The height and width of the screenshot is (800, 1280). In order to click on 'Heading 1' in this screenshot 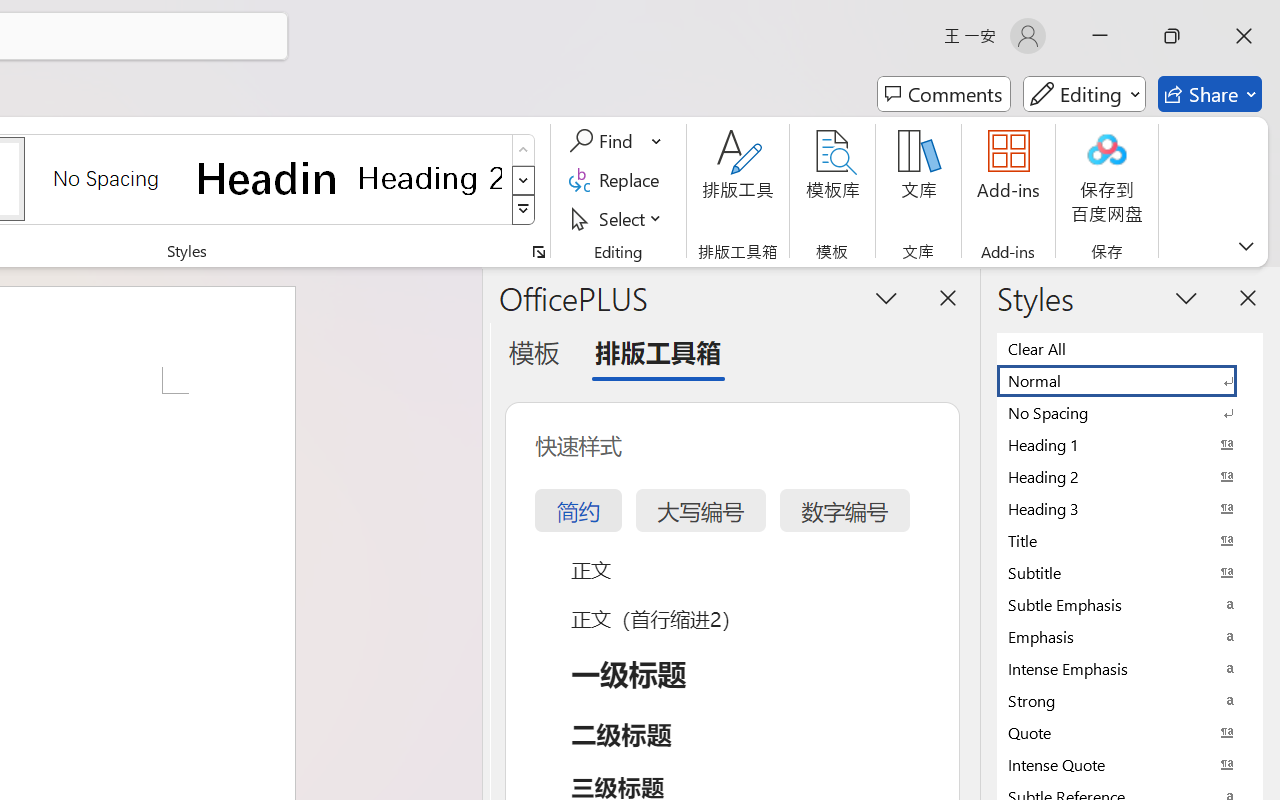, I will do `click(267, 177)`.